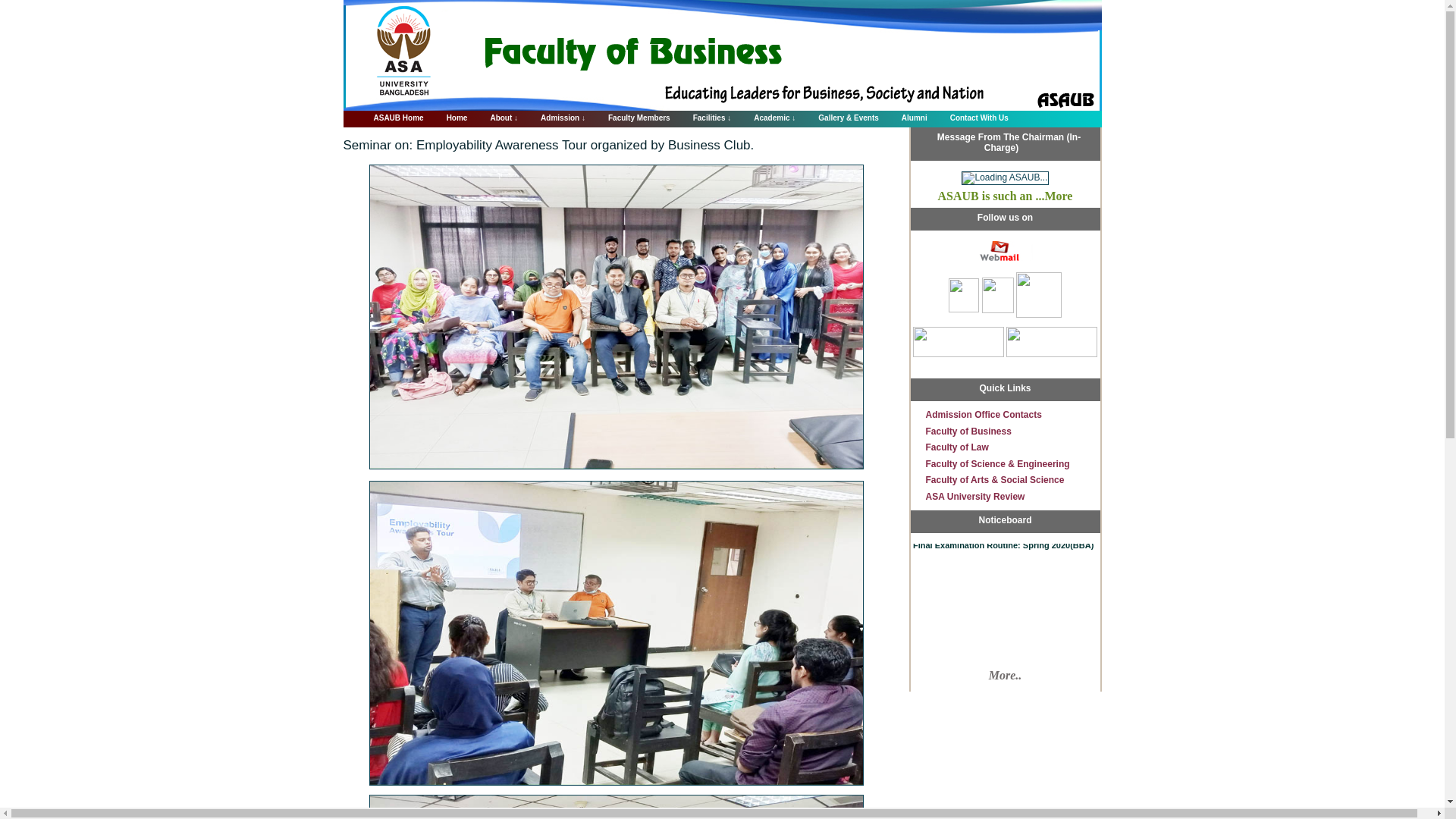  I want to click on 'More..', so click(1005, 675).